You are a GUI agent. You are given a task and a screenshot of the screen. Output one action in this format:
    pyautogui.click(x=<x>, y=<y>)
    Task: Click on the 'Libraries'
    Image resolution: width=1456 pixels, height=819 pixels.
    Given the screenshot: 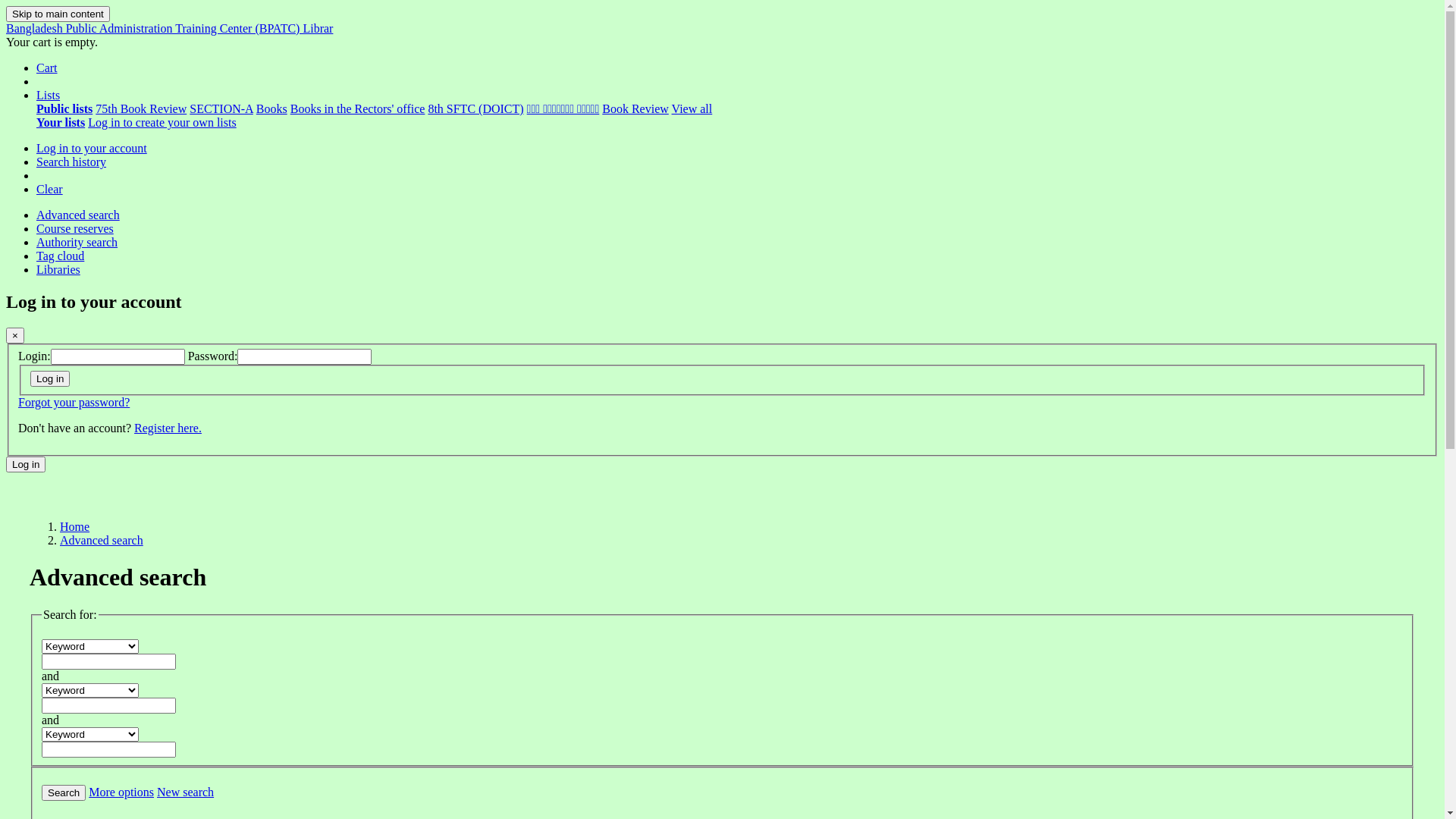 What is the action you would take?
    pyautogui.click(x=58, y=268)
    